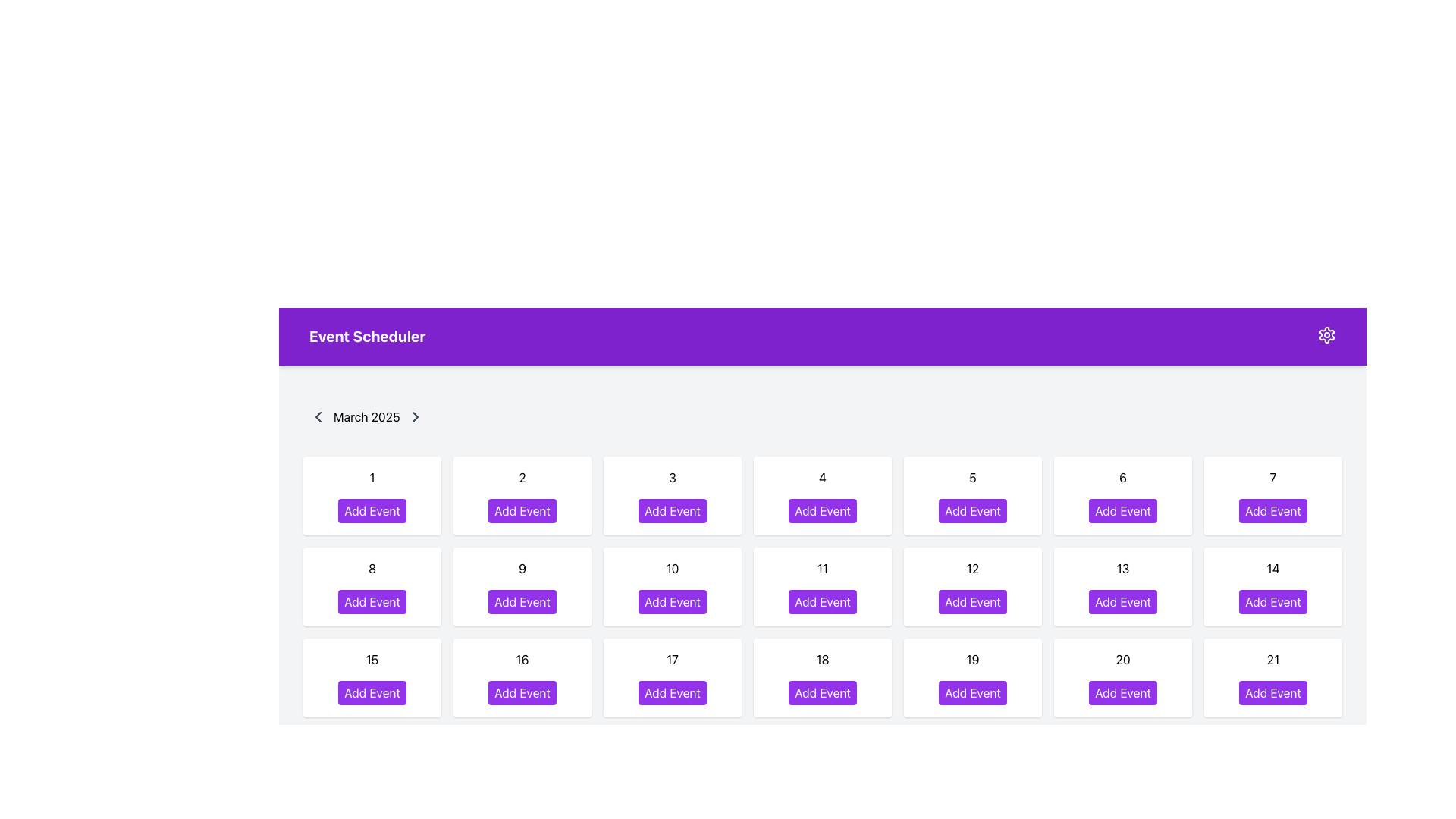 Image resolution: width=1456 pixels, height=819 pixels. What do you see at coordinates (318, 417) in the screenshot?
I see `the left-facing chevron icon in the upper-left region of the interface` at bounding box center [318, 417].